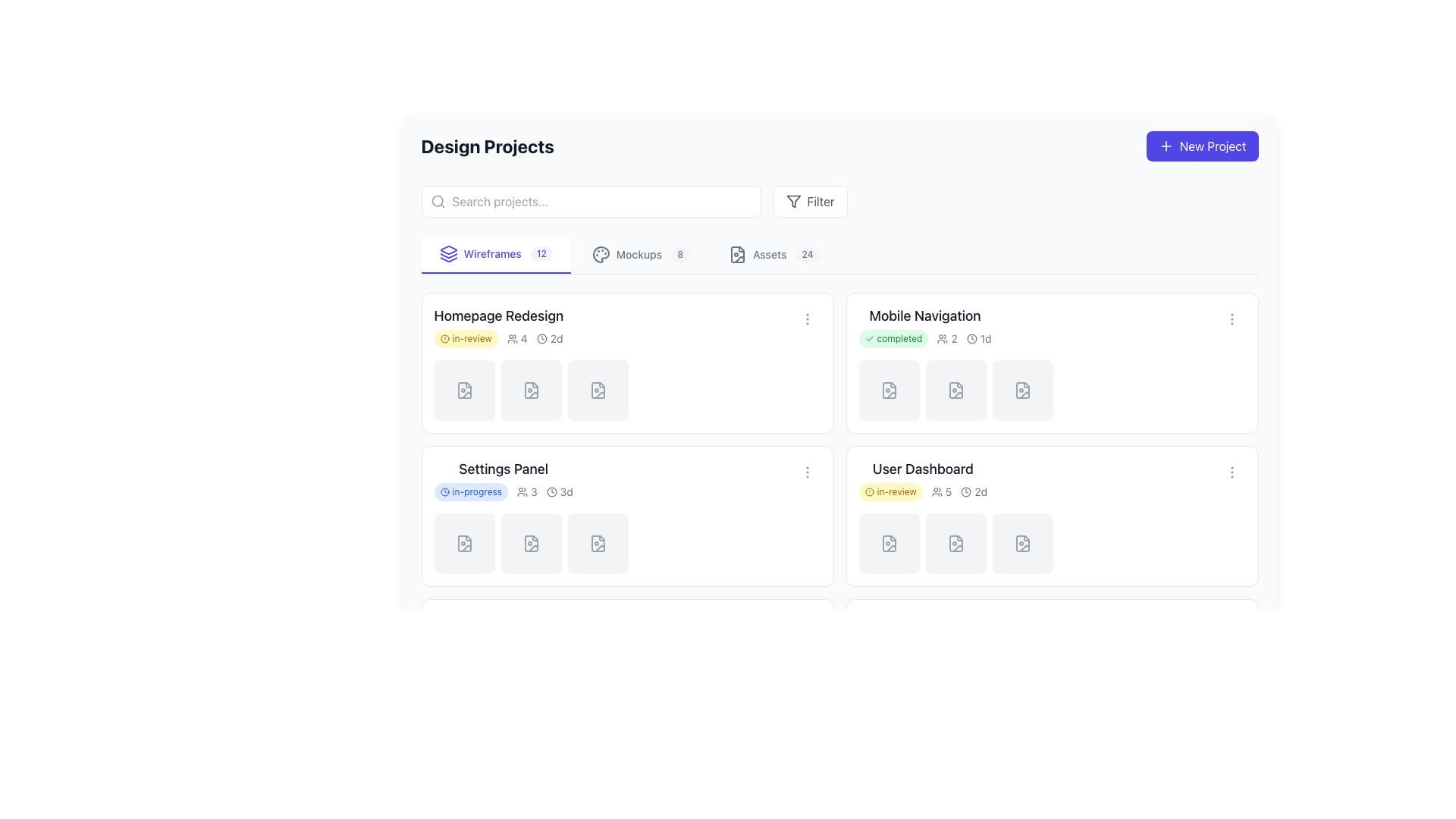 The image size is (1456, 819). What do you see at coordinates (922, 491) in the screenshot?
I see `status indication from the small yellow badge labeled 'in-review' located in the lower part of the 'User Dashboard' card` at bounding box center [922, 491].